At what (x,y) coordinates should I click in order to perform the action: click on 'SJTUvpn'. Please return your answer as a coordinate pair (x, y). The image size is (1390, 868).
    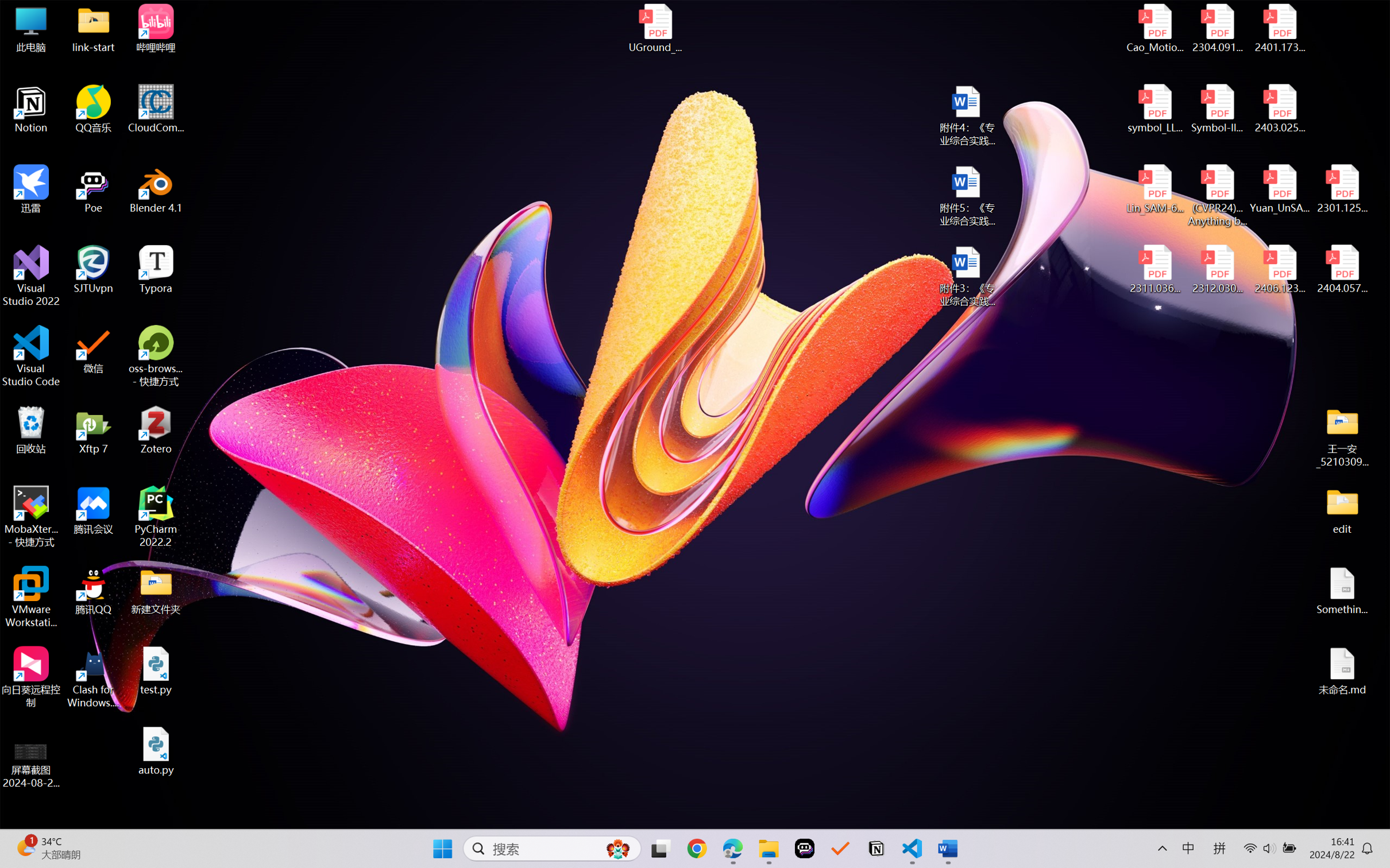
    Looking at the image, I should click on (94, 269).